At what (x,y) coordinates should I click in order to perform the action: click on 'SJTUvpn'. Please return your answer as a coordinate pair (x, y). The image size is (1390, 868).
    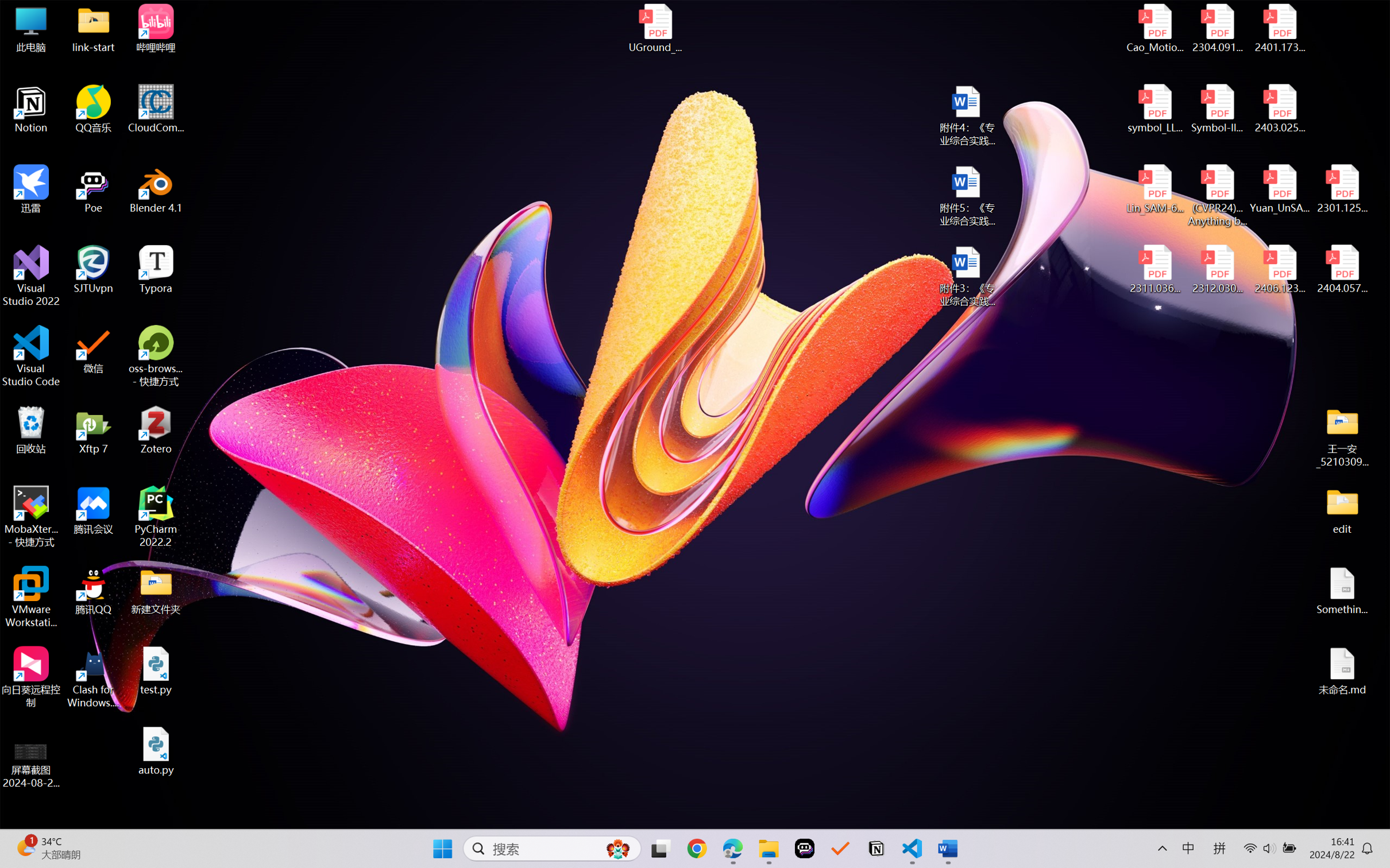
    Looking at the image, I should click on (94, 269).